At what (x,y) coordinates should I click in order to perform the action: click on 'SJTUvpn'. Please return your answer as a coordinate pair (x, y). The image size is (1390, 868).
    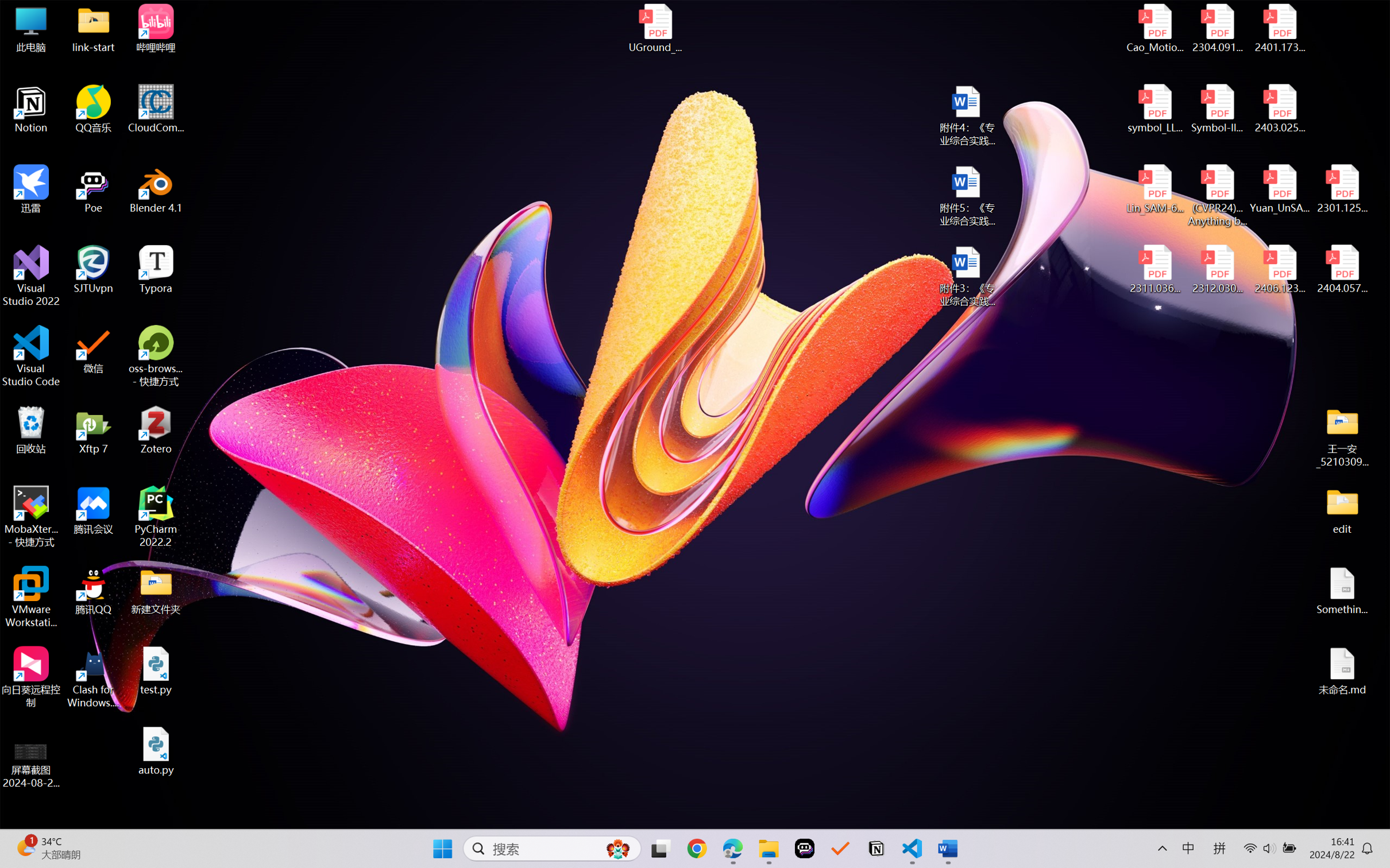
    Looking at the image, I should click on (94, 269).